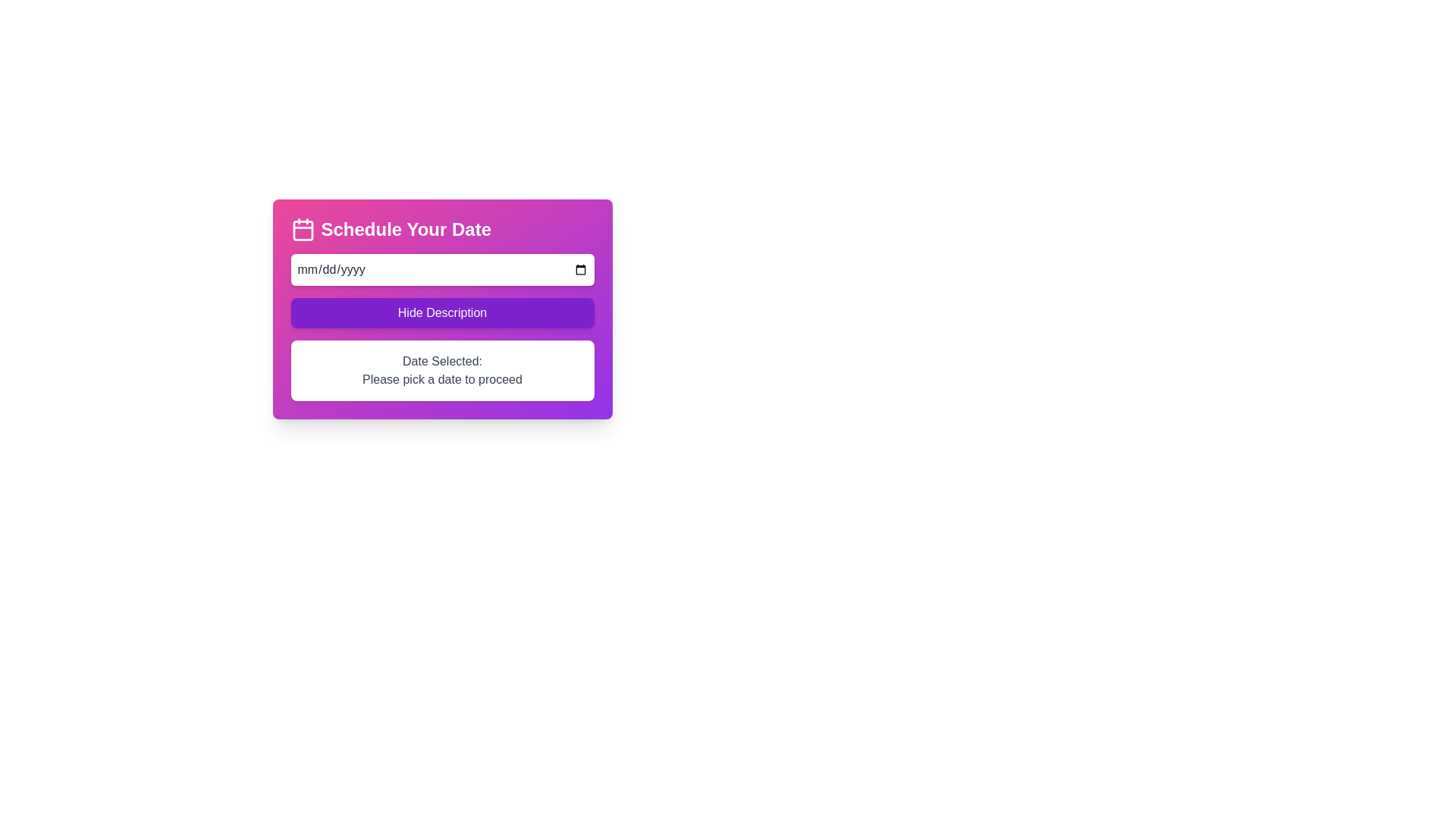 The image size is (1456, 819). I want to click on the decorative rectangular area inside the vibrant pink calendar icon located in the upper-left corner of the visible card, adjacent to the text 'Schedule Your Date', so click(303, 231).